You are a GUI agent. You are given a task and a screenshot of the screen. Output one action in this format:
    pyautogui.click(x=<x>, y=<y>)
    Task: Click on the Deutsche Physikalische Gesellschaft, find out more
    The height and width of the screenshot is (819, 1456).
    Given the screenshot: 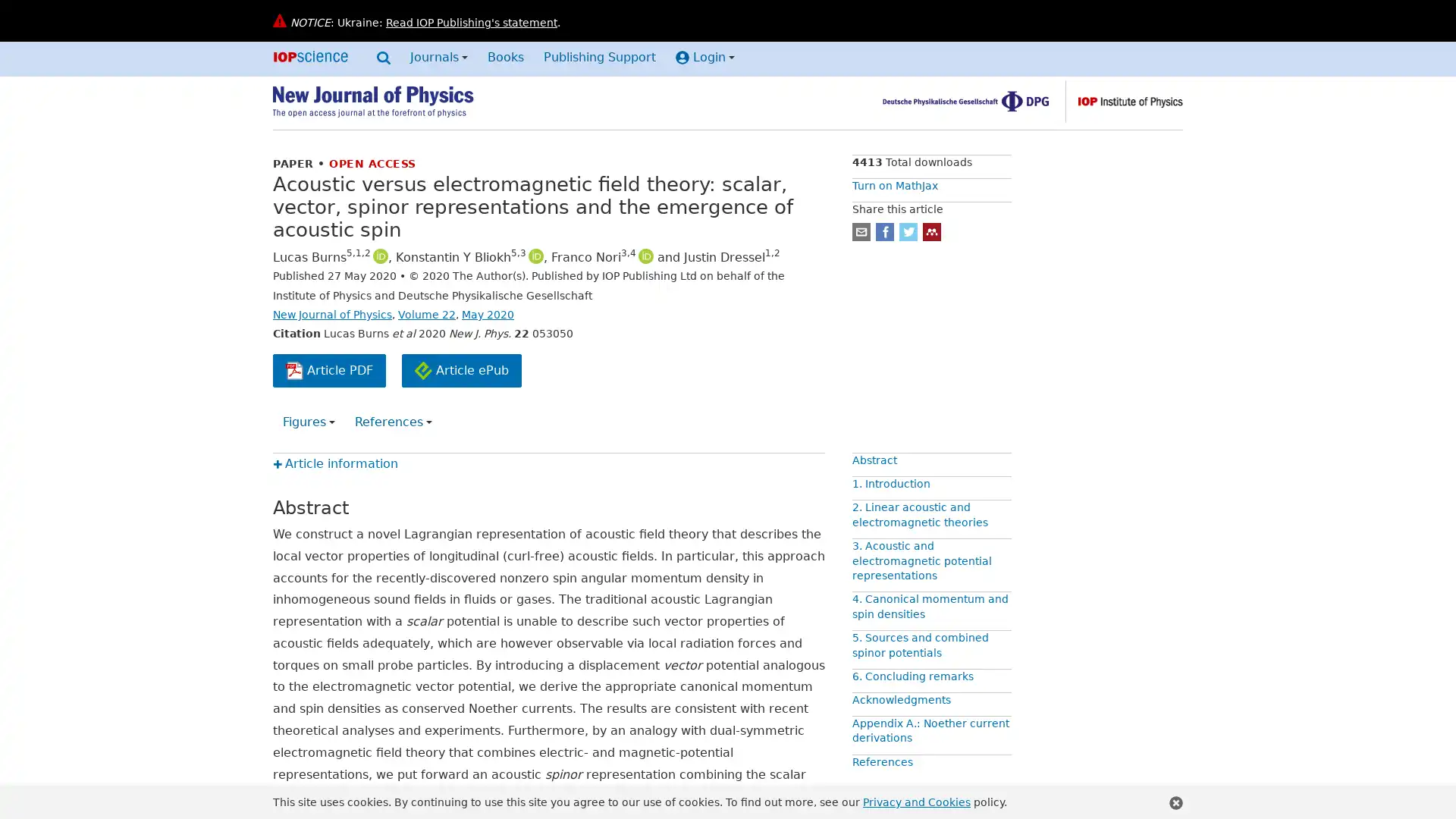 What is the action you would take?
    pyautogui.click(x=964, y=103)
    